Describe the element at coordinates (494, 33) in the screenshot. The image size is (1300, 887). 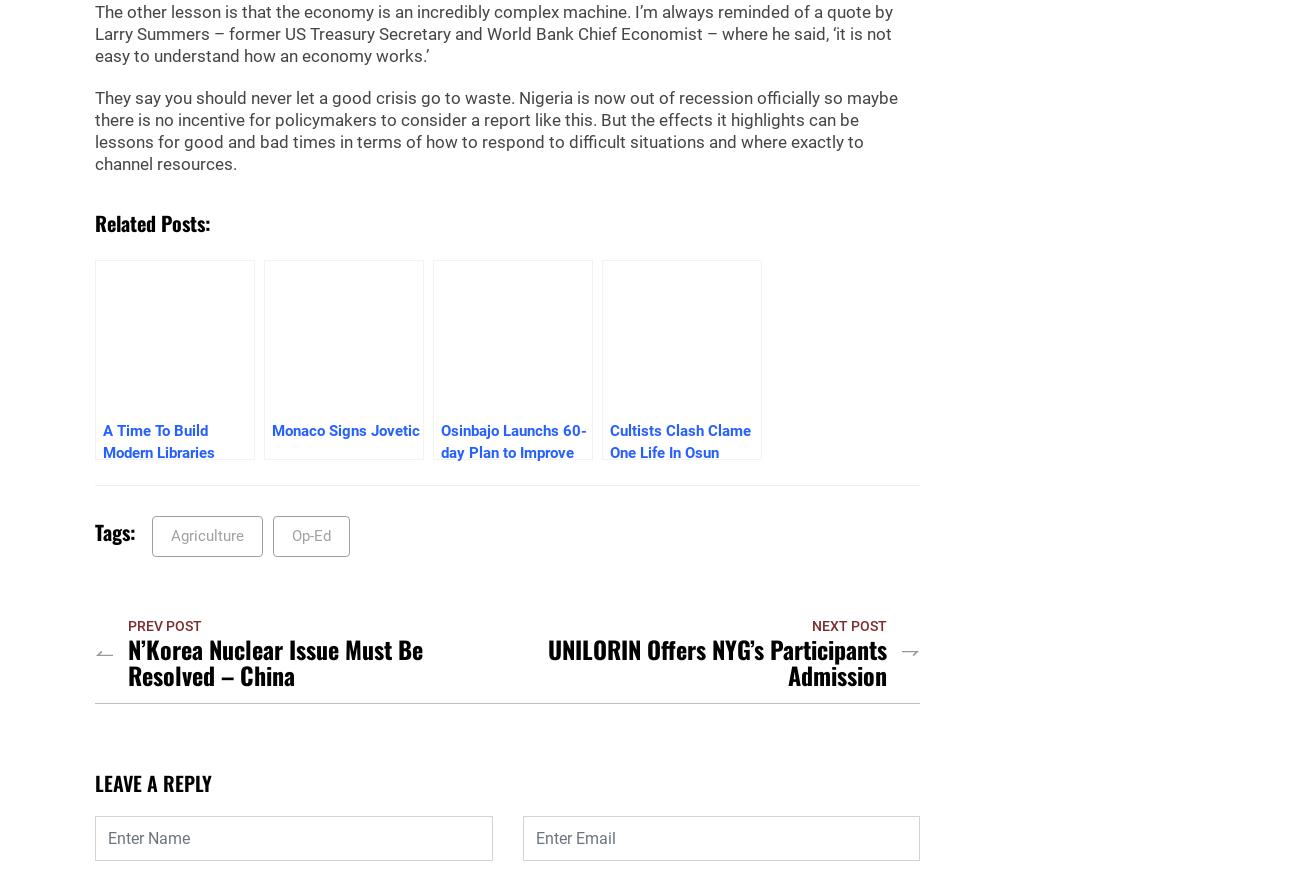
I see `'The other lesson is that the economy is an incredibly complex machine. I’m always reminded of a quote by Larry Summers – former US Treasury Secretary and World Bank Chief Economist – where he said, ‘it is not easy to understand how an economy works.’'` at that location.